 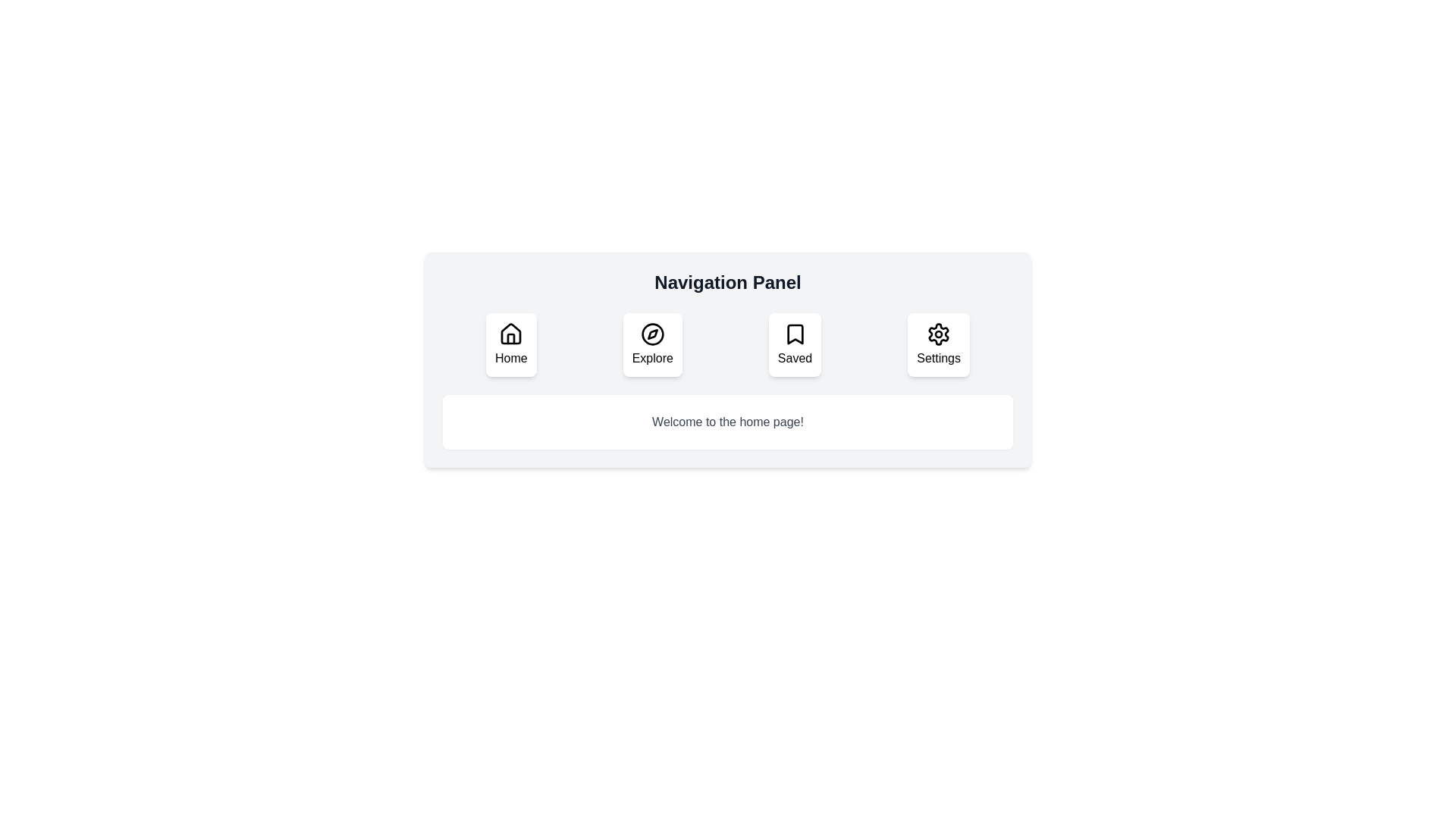 I want to click on the 'Saved' button in the navigation bar to observe the hover effect, so click(x=794, y=345).